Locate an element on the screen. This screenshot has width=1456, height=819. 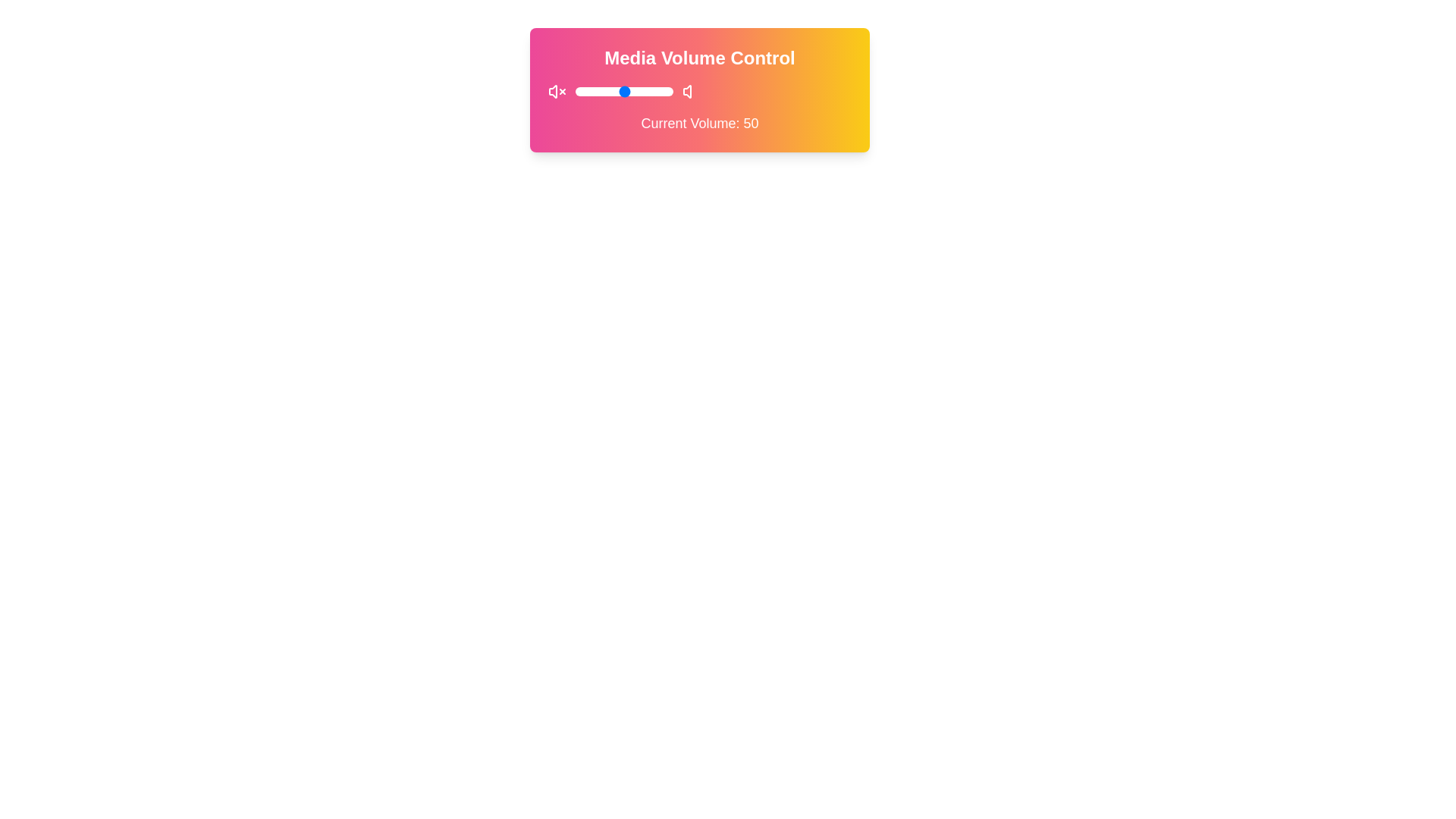
the volume to 99 by sliding the control is located at coordinates (671, 91).